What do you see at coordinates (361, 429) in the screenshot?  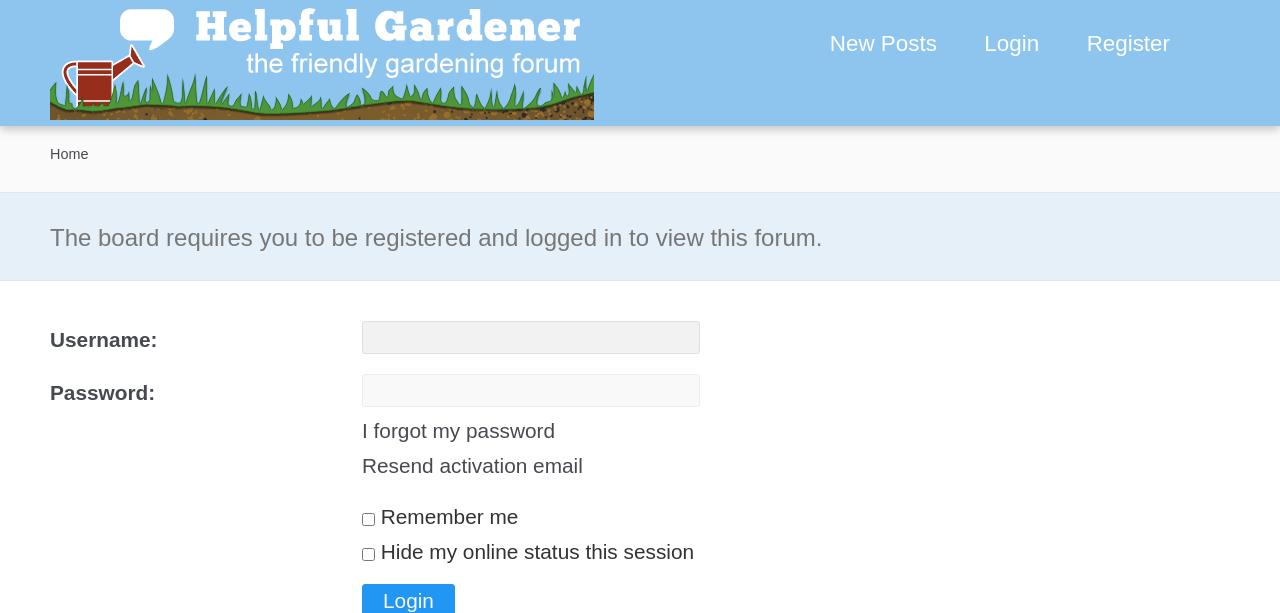 I see `'I forgot my password'` at bounding box center [361, 429].